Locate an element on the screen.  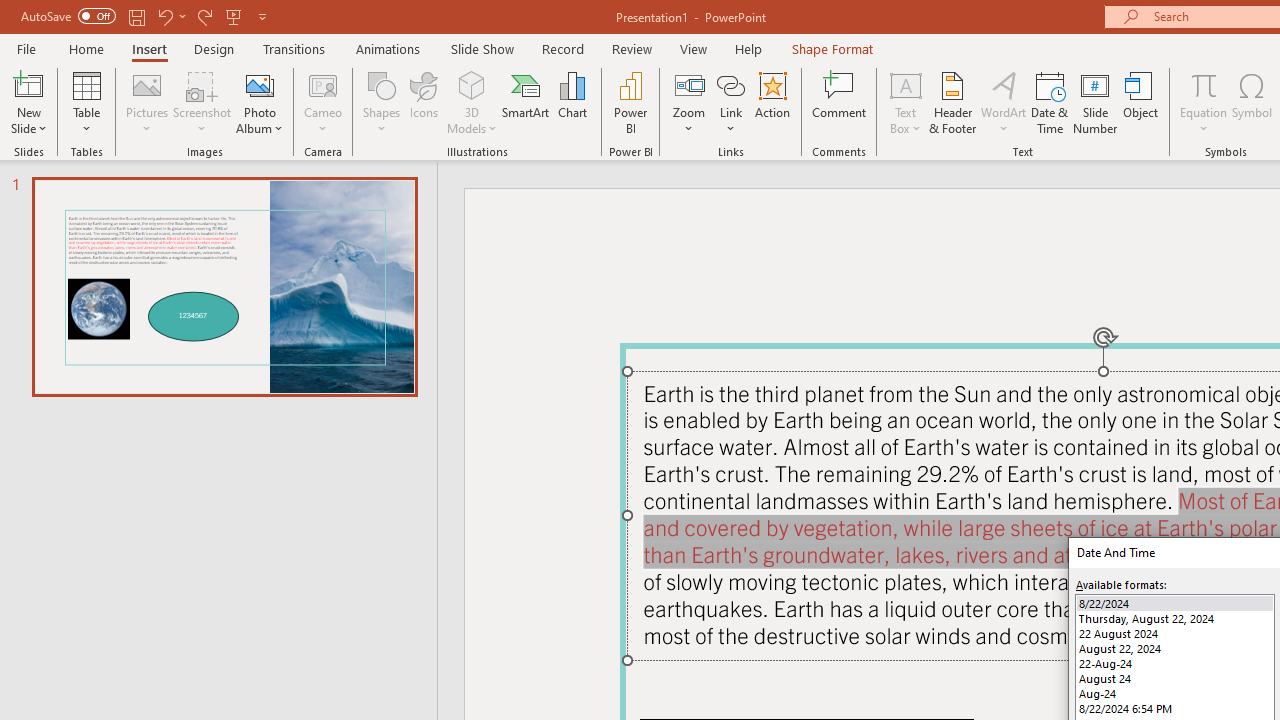
'Thursday, August 22, 2024' is located at coordinates (1175, 617).